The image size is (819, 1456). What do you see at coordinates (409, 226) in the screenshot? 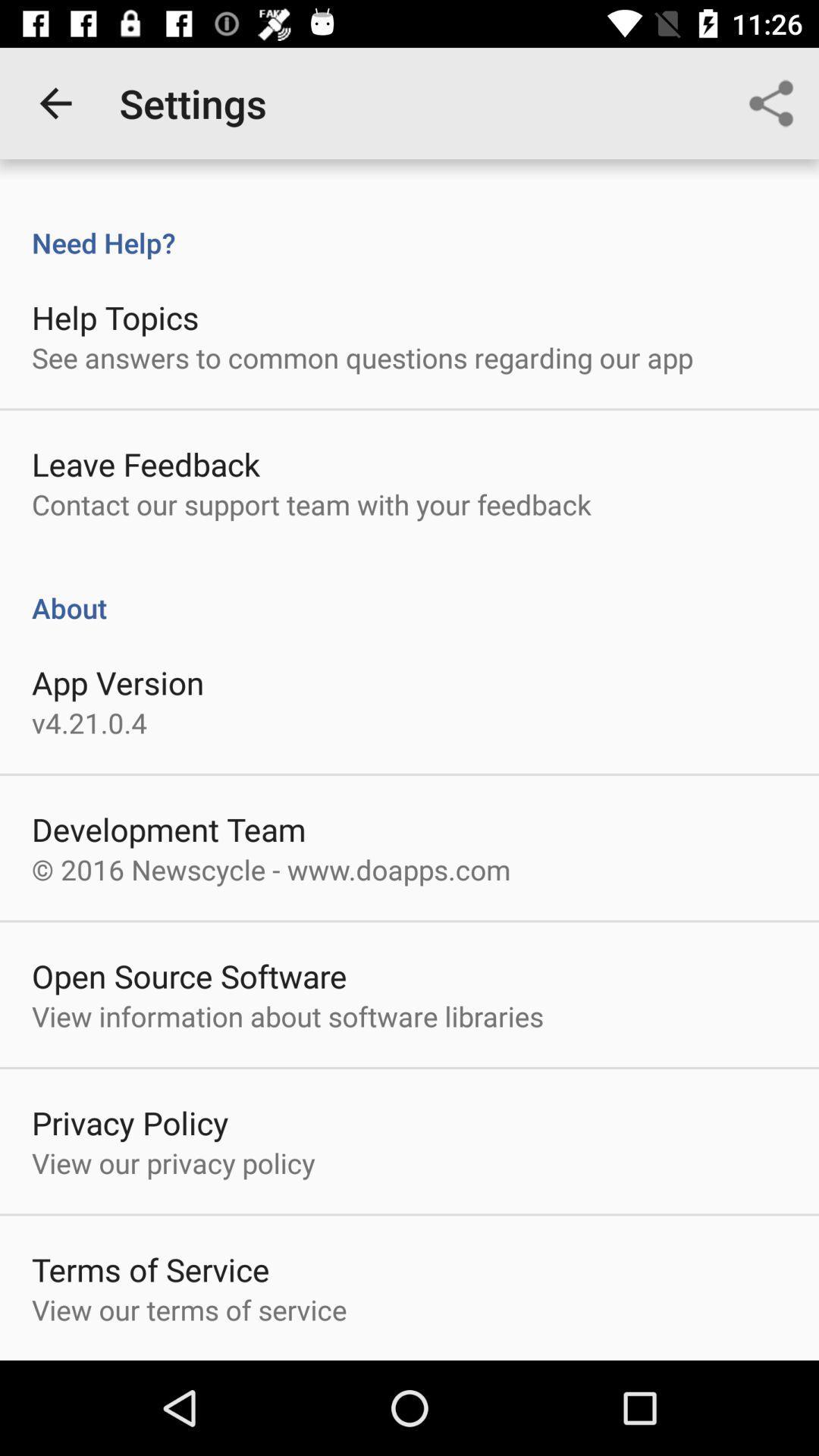
I see `icon above help topics item` at bounding box center [409, 226].